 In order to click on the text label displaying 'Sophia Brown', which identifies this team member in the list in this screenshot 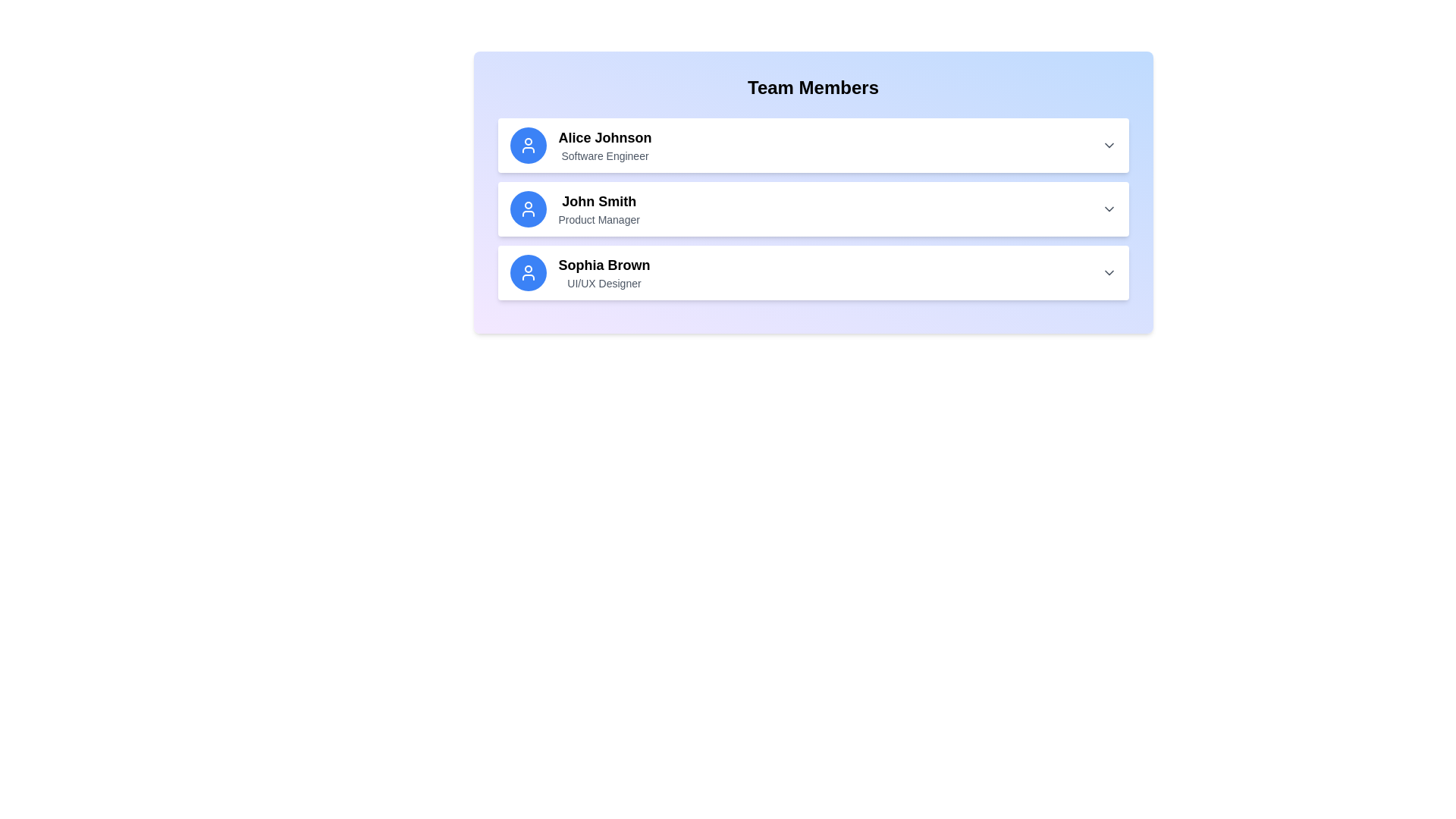, I will do `click(603, 265)`.